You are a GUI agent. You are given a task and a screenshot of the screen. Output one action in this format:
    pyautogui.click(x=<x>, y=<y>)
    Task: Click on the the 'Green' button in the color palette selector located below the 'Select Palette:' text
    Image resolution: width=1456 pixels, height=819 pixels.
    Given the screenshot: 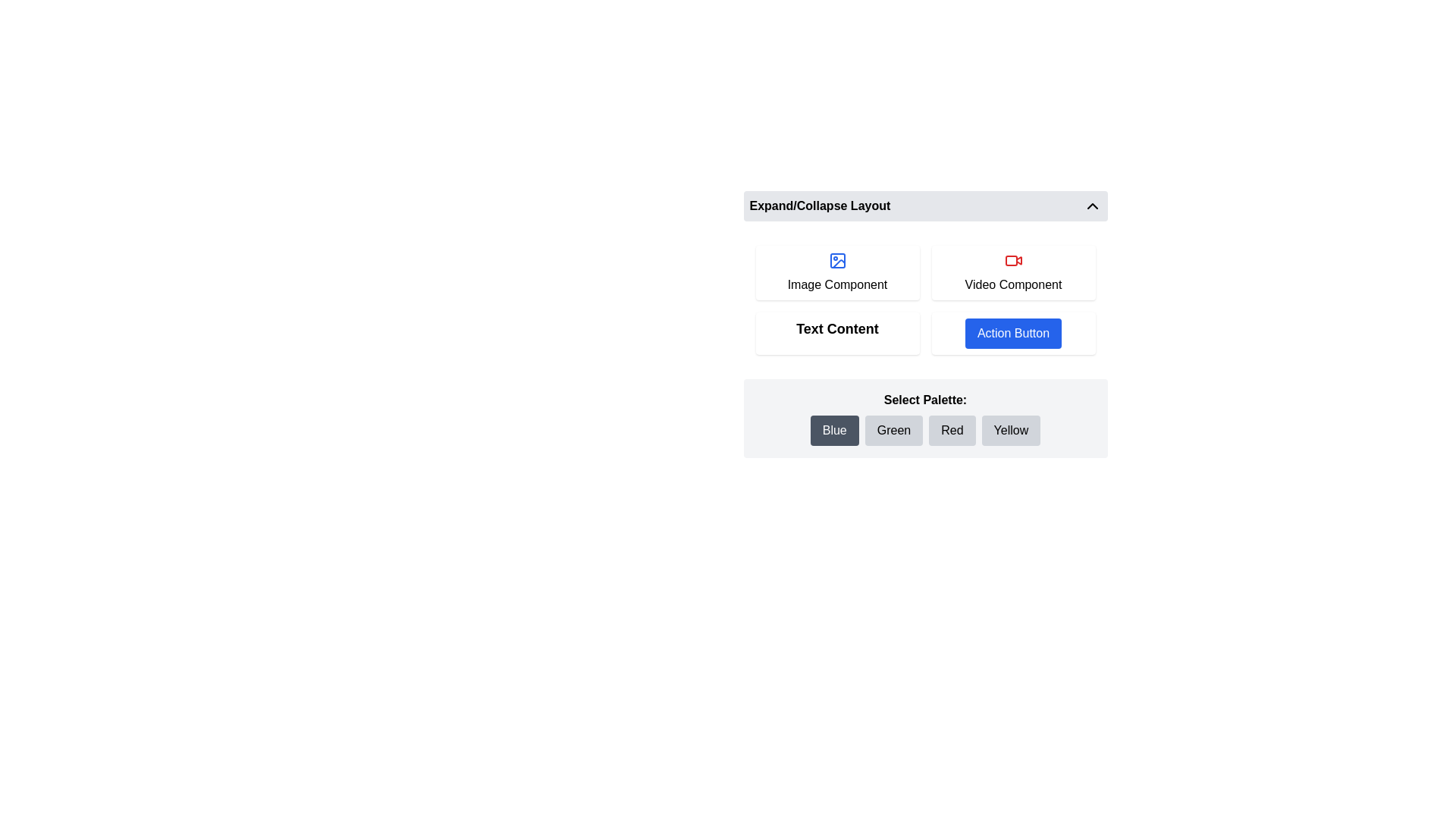 What is the action you would take?
    pyautogui.click(x=924, y=430)
    